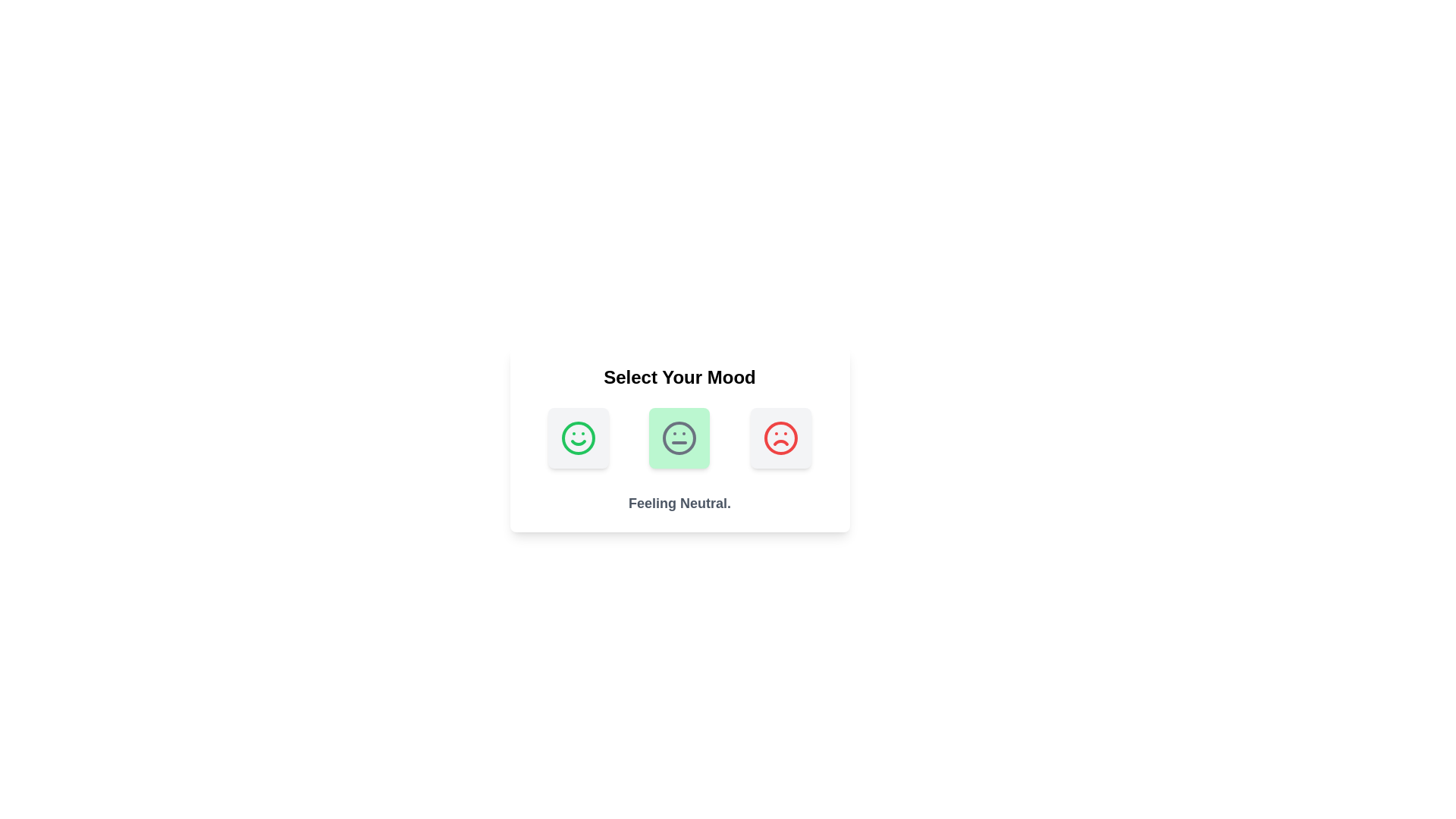 This screenshot has width=1456, height=819. Describe the element at coordinates (578, 438) in the screenshot. I see `the Interactive Button with Icon, which has a light gray background and a green smiley face, to make a selection` at that location.